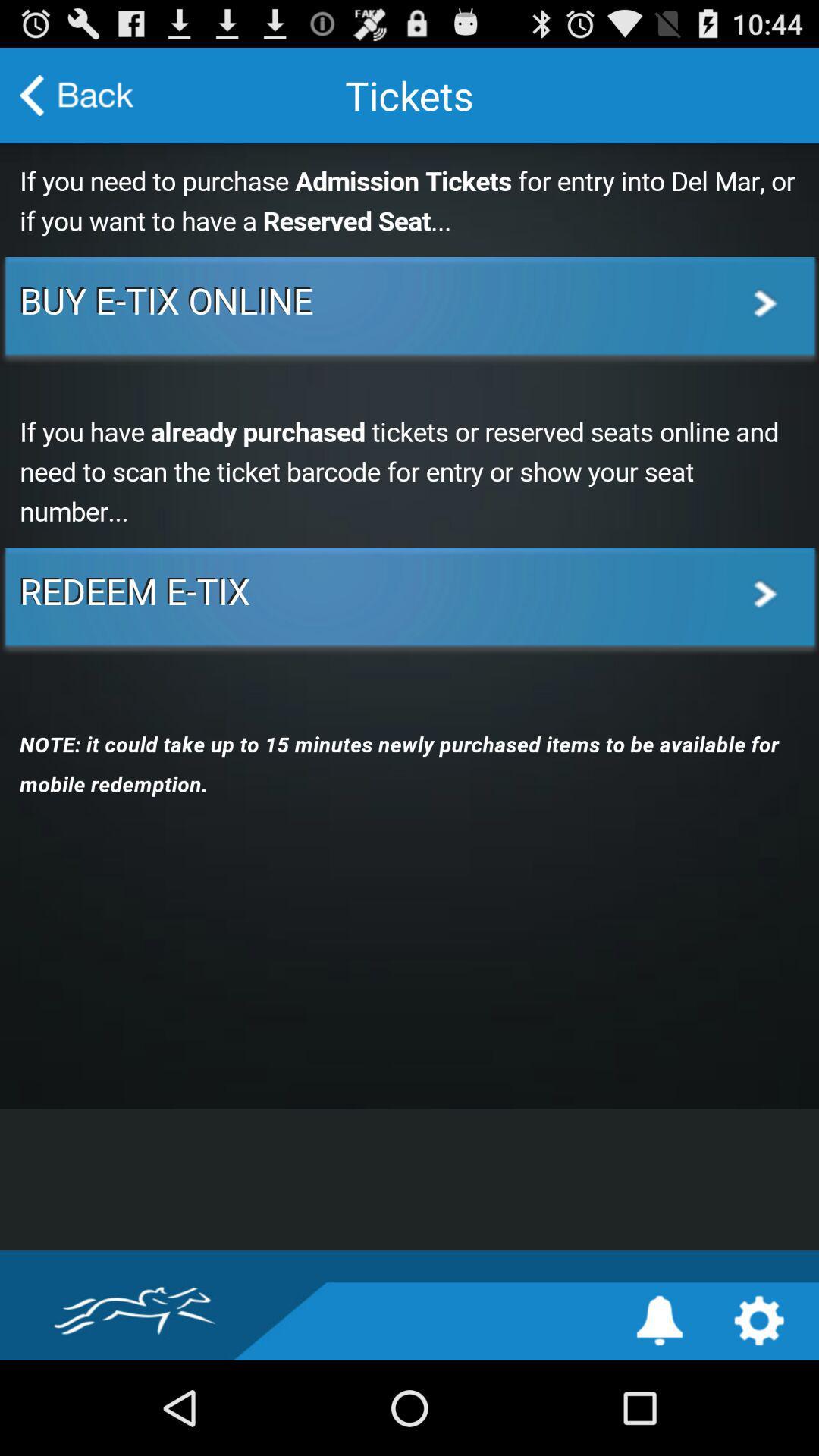 The image size is (819, 1456). I want to click on the notifications icon, so click(659, 1412).